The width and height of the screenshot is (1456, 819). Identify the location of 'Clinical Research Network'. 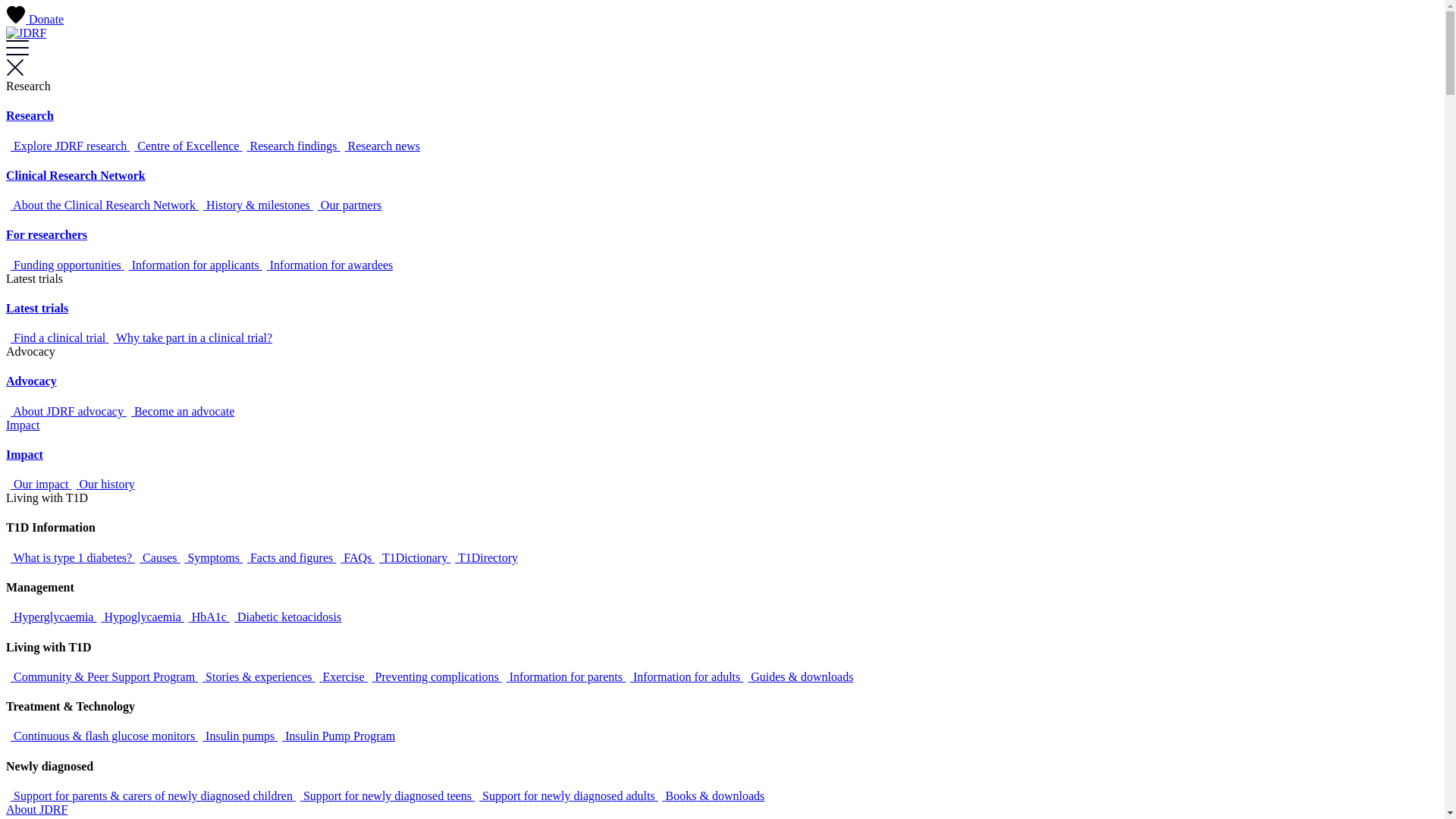
(6, 174).